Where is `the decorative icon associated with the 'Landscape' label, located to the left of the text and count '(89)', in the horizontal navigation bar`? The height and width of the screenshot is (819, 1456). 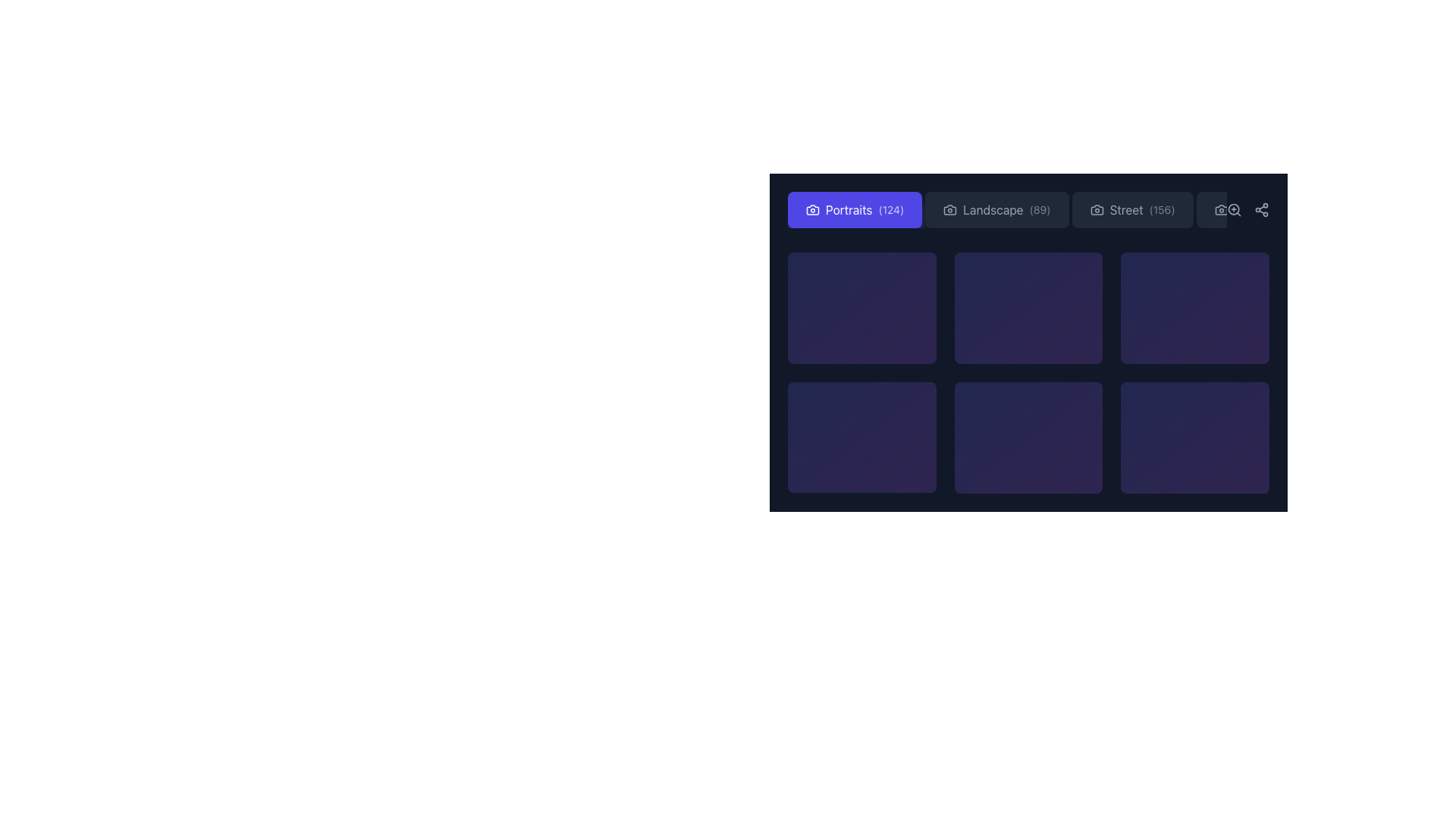
the decorative icon associated with the 'Landscape' label, located to the left of the text and count '(89)', in the horizontal navigation bar is located at coordinates (949, 210).